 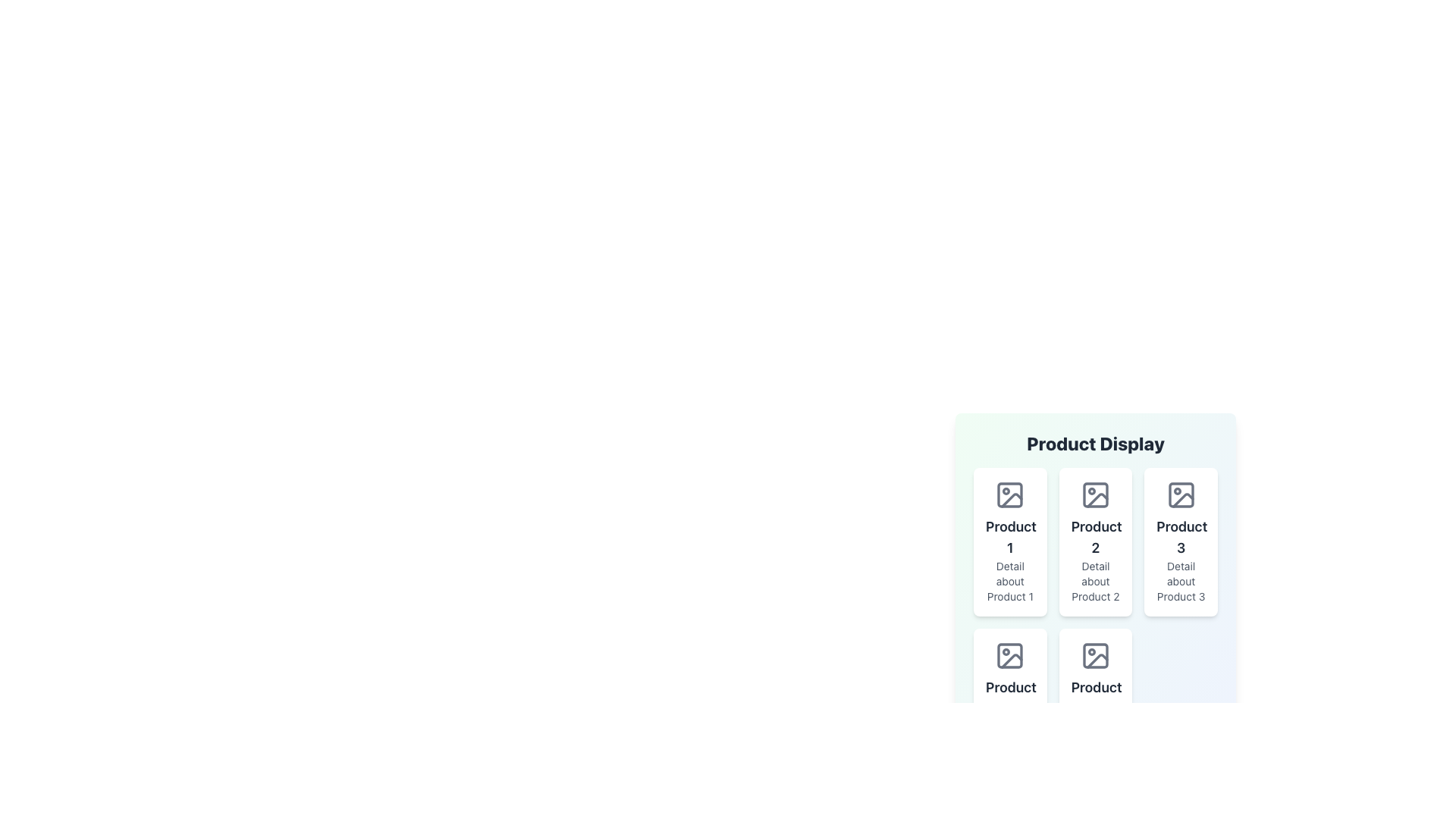 I want to click on supplementary text label providing additional details about 'Product 3', which is the second text component in the vertical stack within the 'Product 3' card, so click(x=1180, y=581).